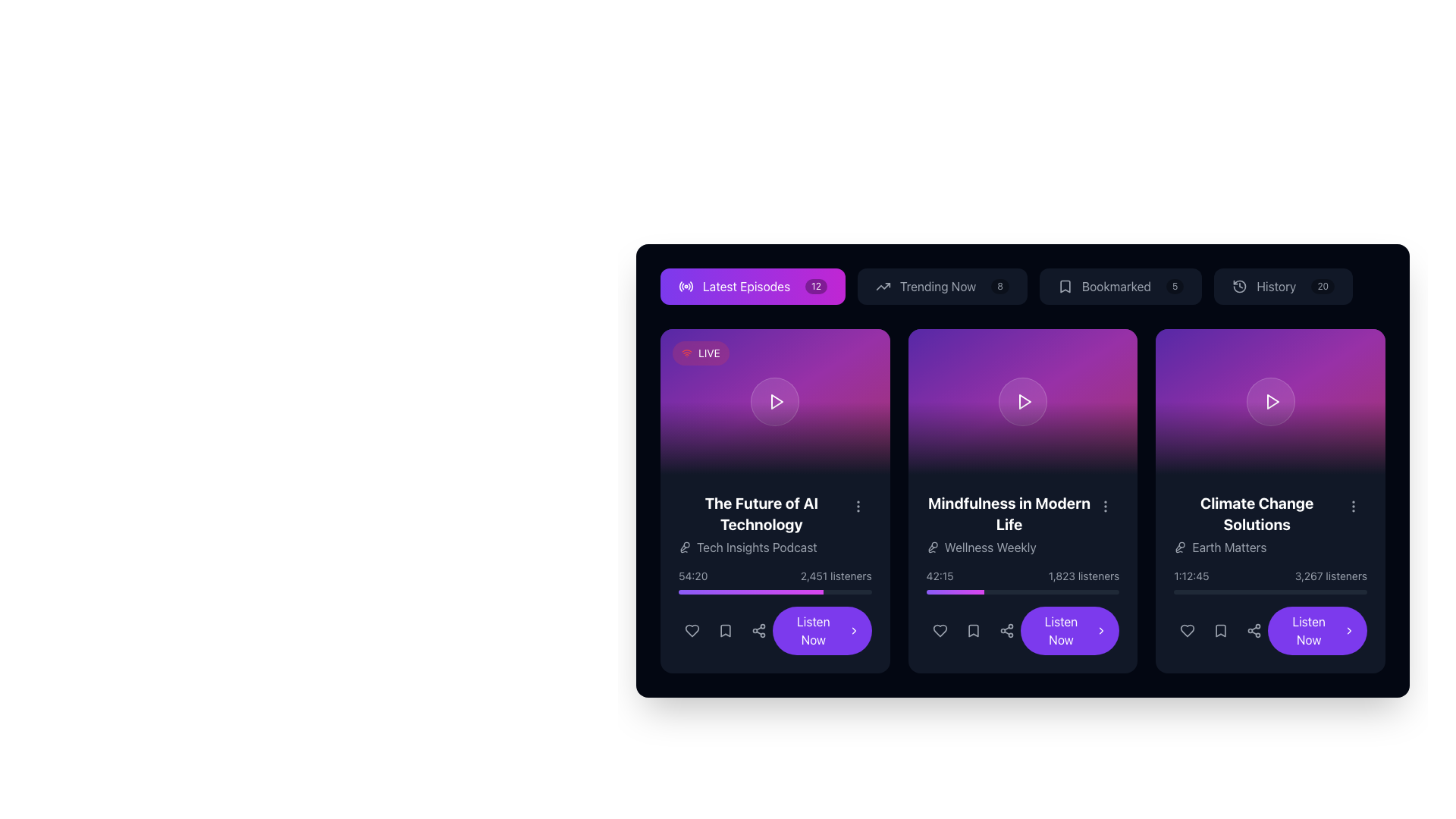 This screenshot has width=1456, height=819. Describe the element at coordinates (1025, 400) in the screenshot. I see `on the triangular play icon within the button, which is centered above the title 'Mindfulness in Modern Life' in the second card of a three-card layout` at that location.